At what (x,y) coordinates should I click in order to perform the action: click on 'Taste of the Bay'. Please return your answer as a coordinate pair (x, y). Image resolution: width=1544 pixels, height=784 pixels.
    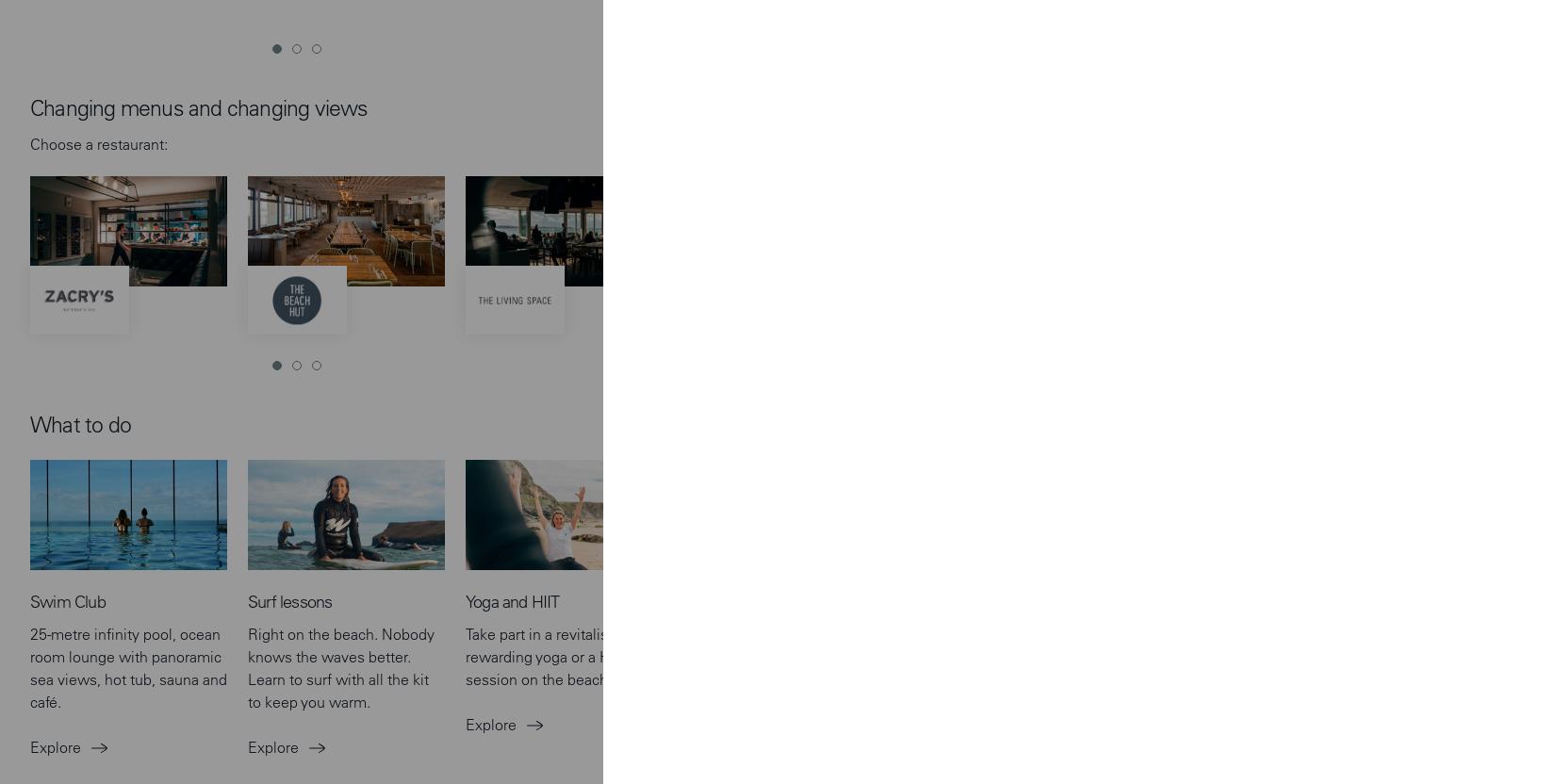
    Looking at the image, I should click on (93, 287).